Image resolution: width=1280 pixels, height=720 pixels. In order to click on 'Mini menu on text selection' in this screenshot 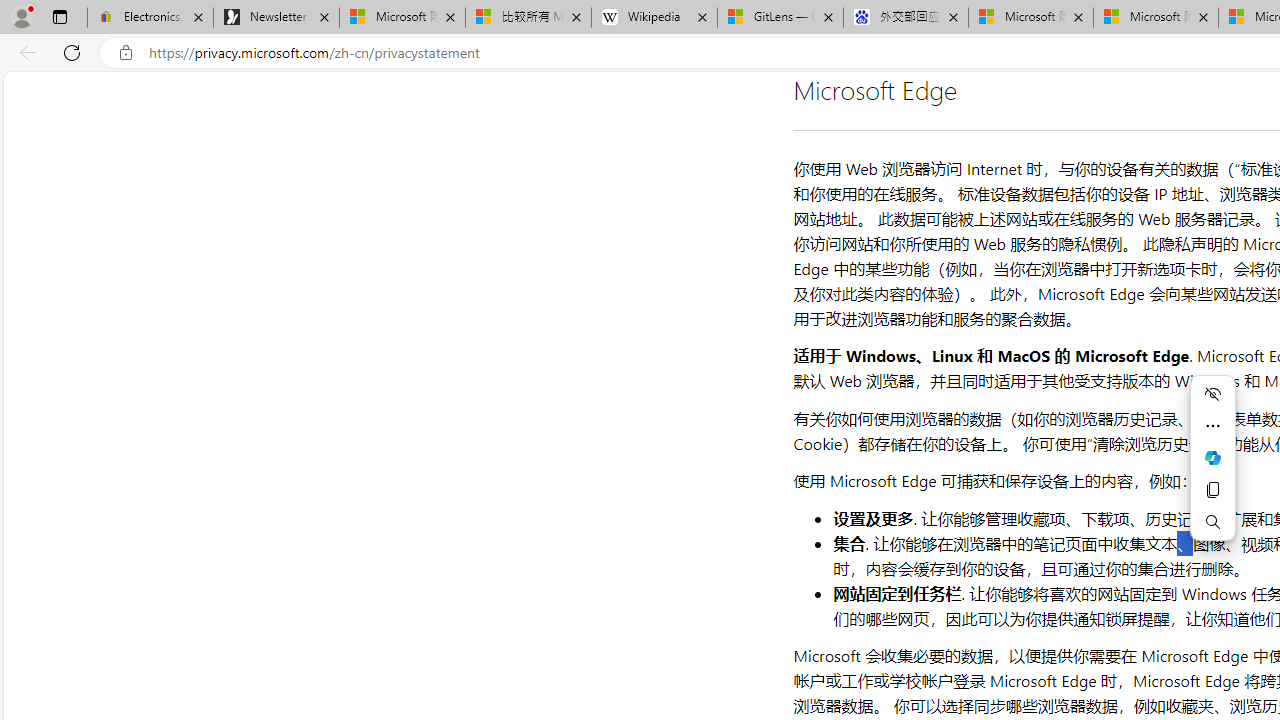, I will do `click(1211, 457)`.